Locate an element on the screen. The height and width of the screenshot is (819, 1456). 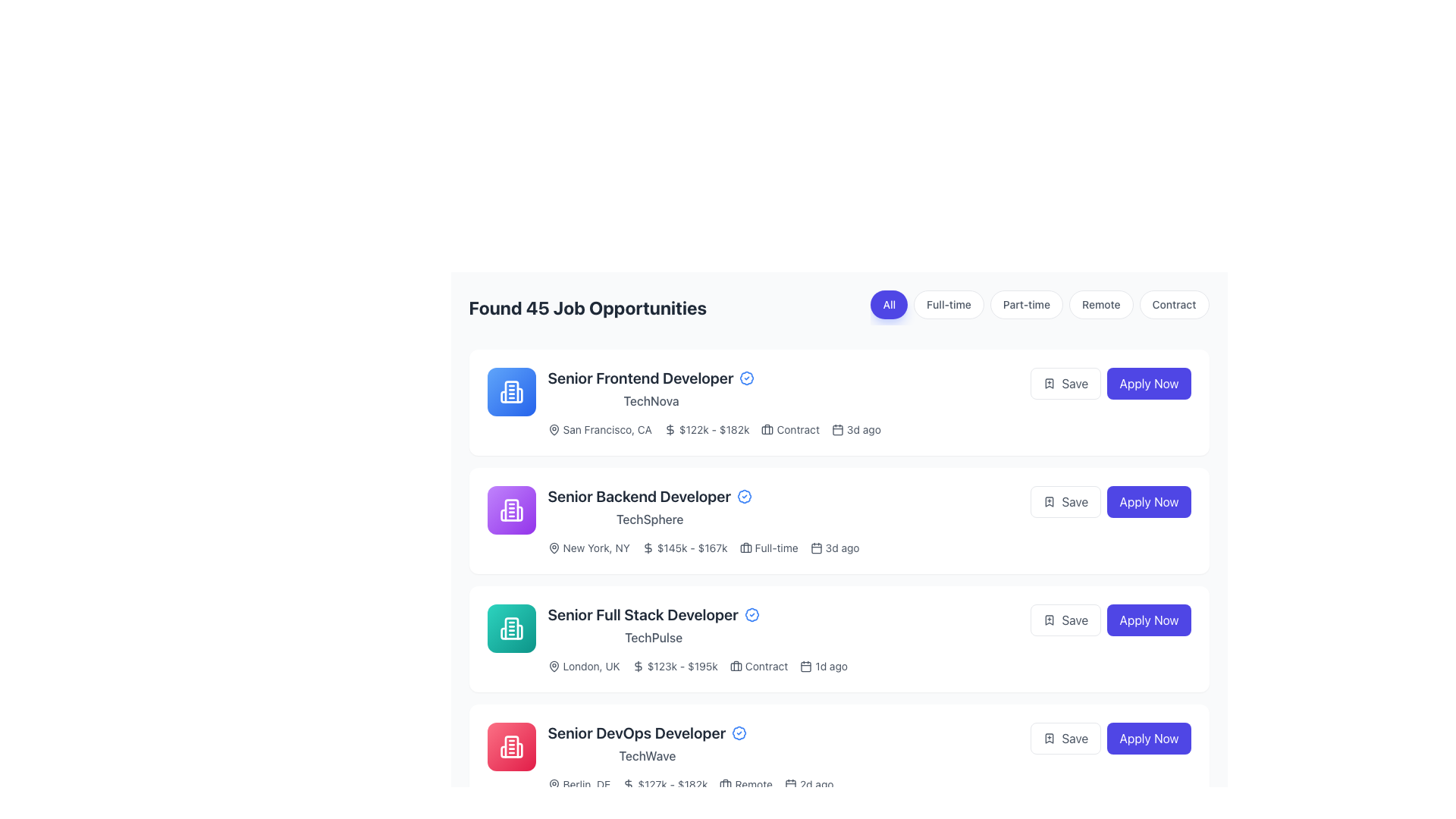
the job application button located at the bottom of the fourth job listing card is located at coordinates (1149, 738).